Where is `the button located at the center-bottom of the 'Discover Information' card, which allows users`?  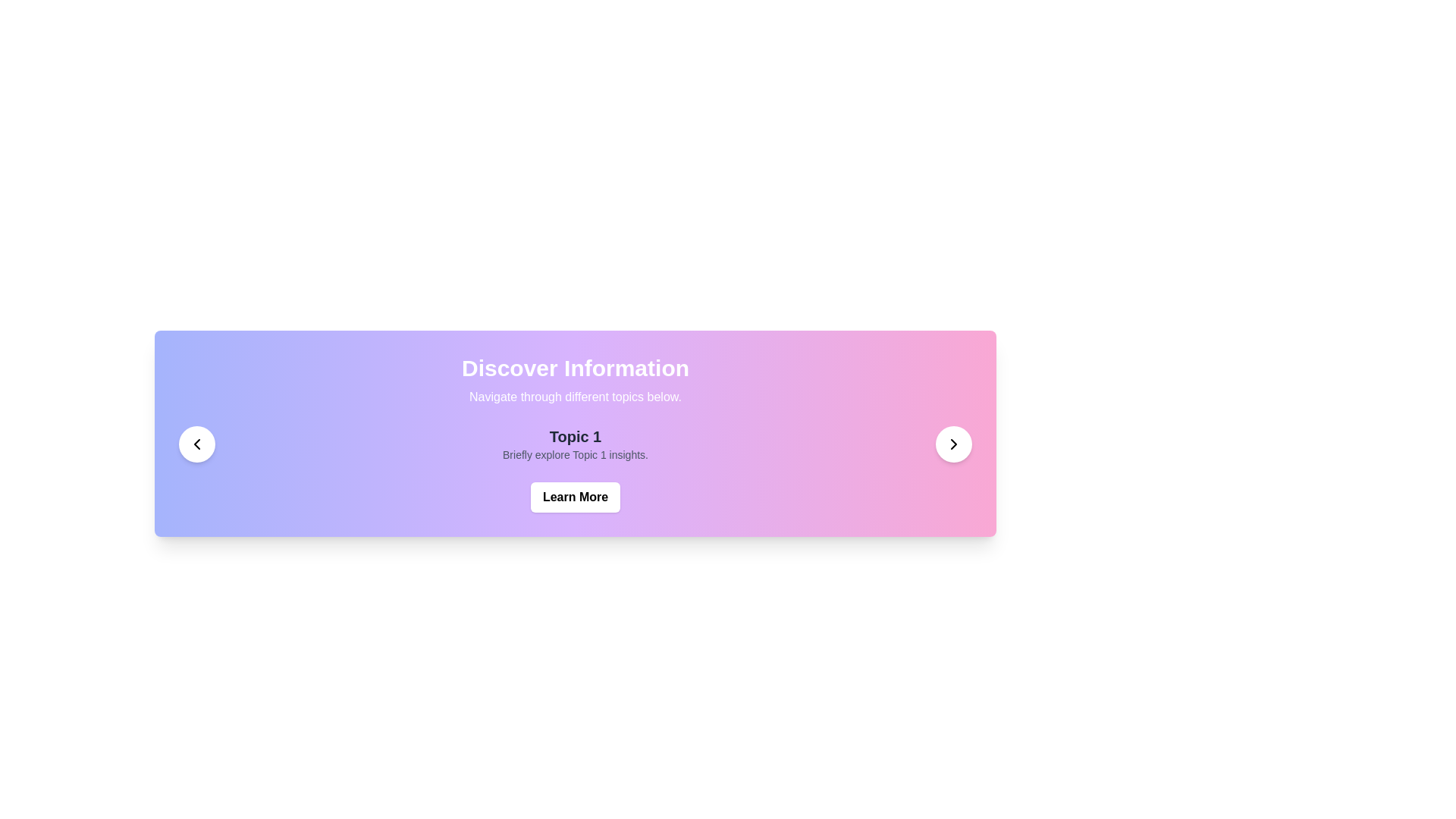 the button located at the center-bottom of the 'Discover Information' card, which allows users is located at coordinates (574, 497).